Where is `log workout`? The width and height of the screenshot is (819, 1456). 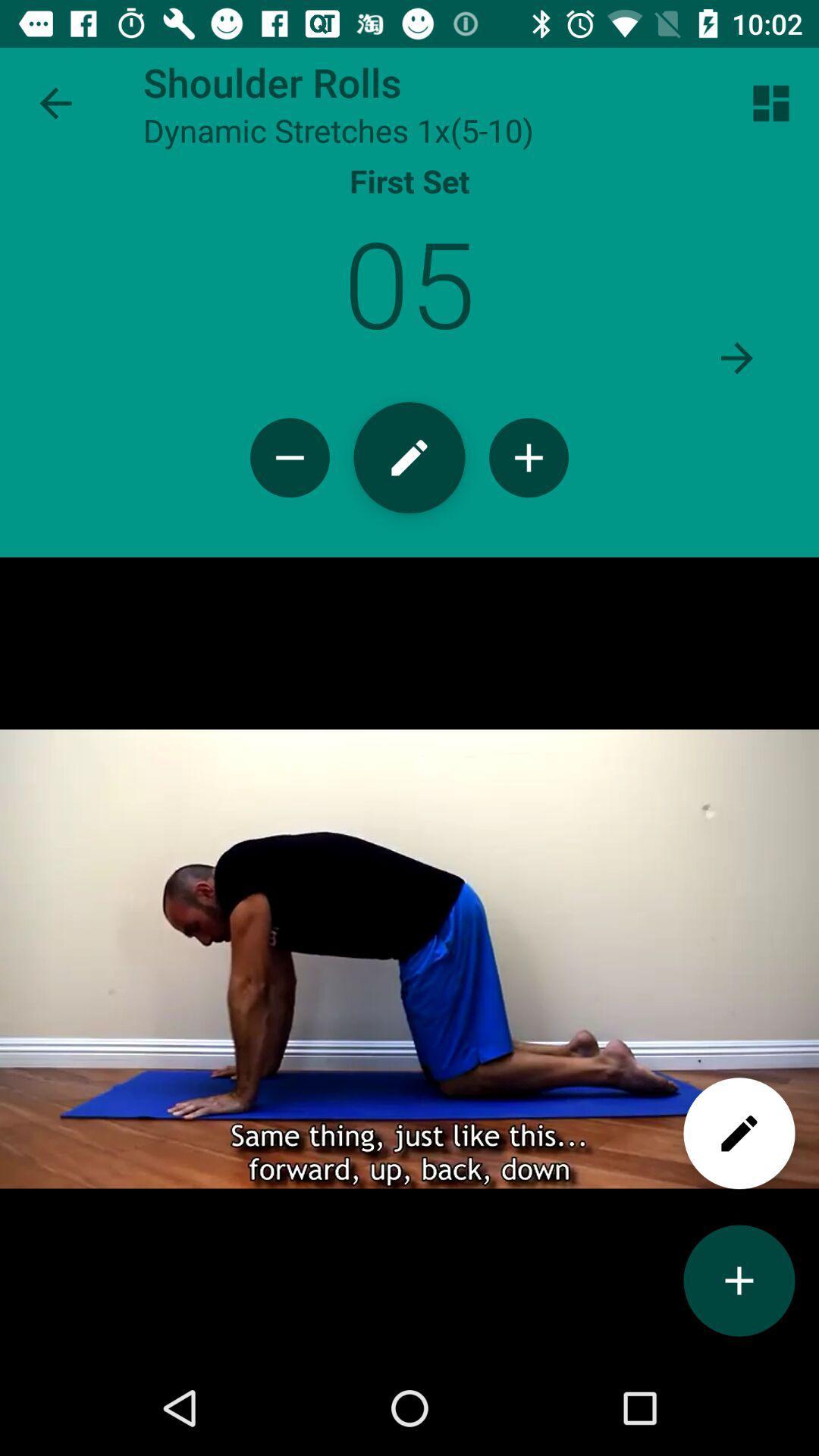 log workout is located at coordinates (409, 457).